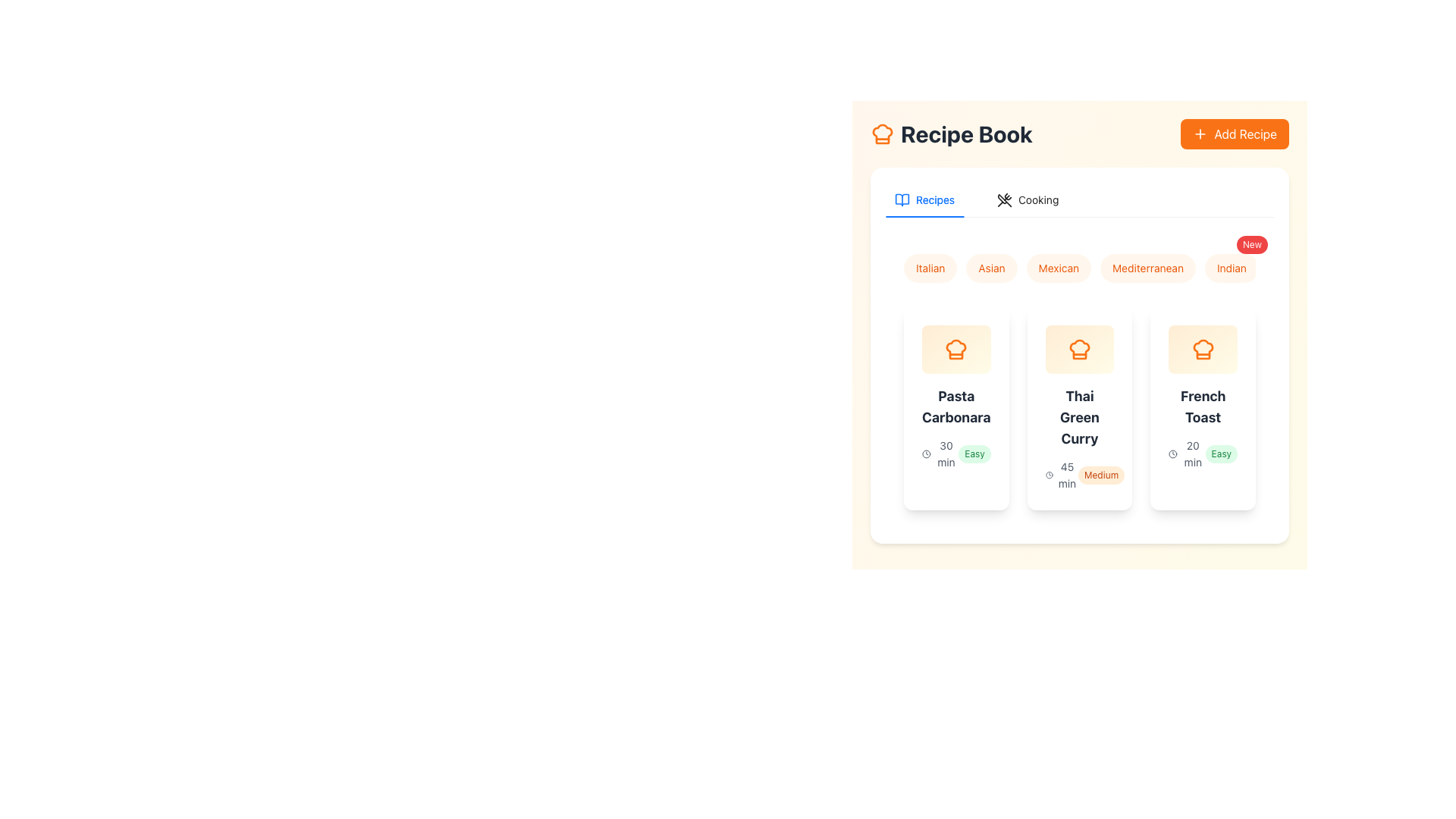 The height and width of the screenshot is (819, 1456). What do you see at coordinates (1101, 475) in the screenshot?
I see `'Medium' difficulty level label located at the bottom-right corner of the 'Thai Green Curry' card, beneath the '45 min' text` at bounding box center [1101, 475].